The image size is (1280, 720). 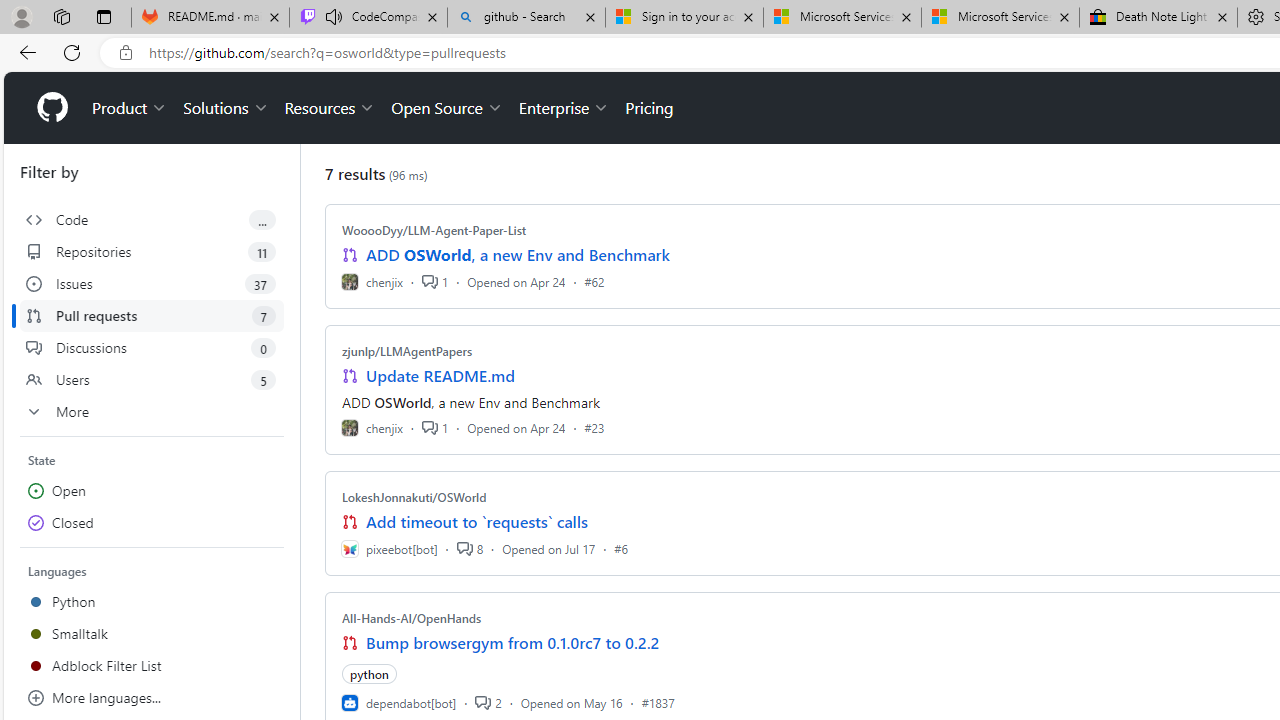 I want to click on 'Solutions', so click(x=225, y=108).